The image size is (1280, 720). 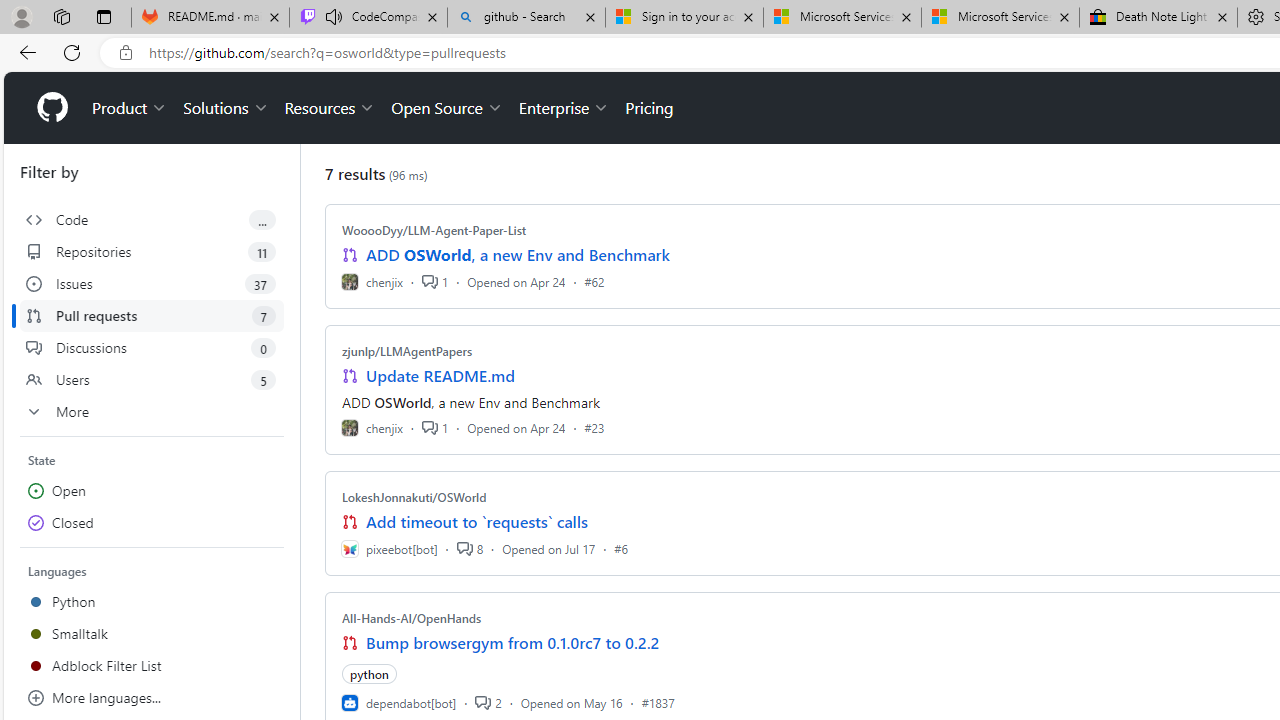 I want to click on 'Solutions', so click(x=225, y=108).